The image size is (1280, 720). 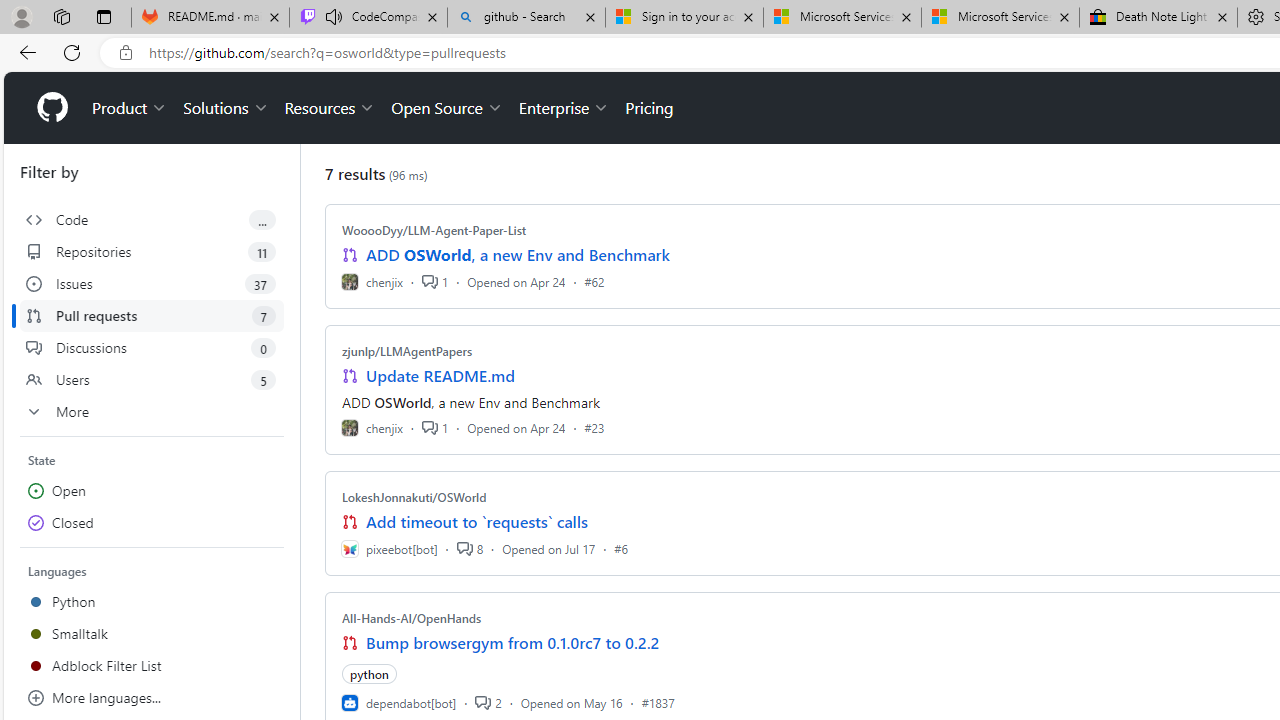 I want to click on 'Solutions', so click(x=225, y=108).